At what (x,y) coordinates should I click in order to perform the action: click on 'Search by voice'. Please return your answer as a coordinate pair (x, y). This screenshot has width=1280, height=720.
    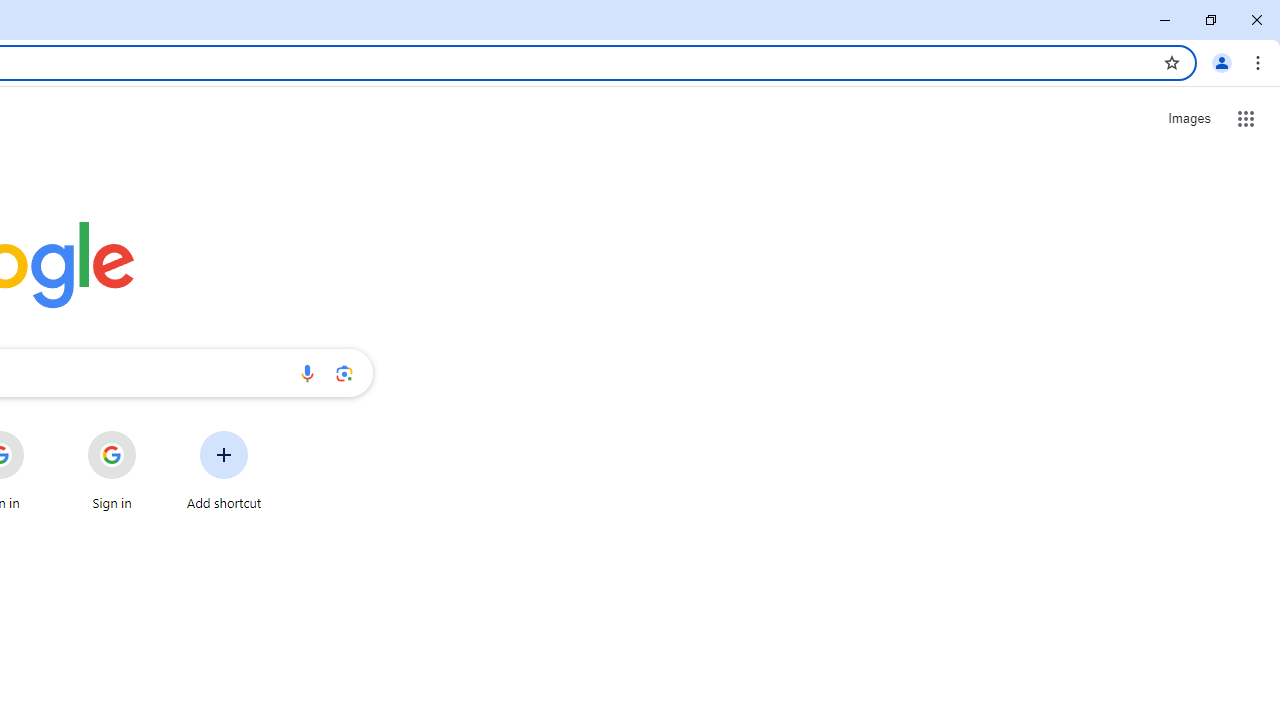
    Looking at the image, I should click on (306, 372).